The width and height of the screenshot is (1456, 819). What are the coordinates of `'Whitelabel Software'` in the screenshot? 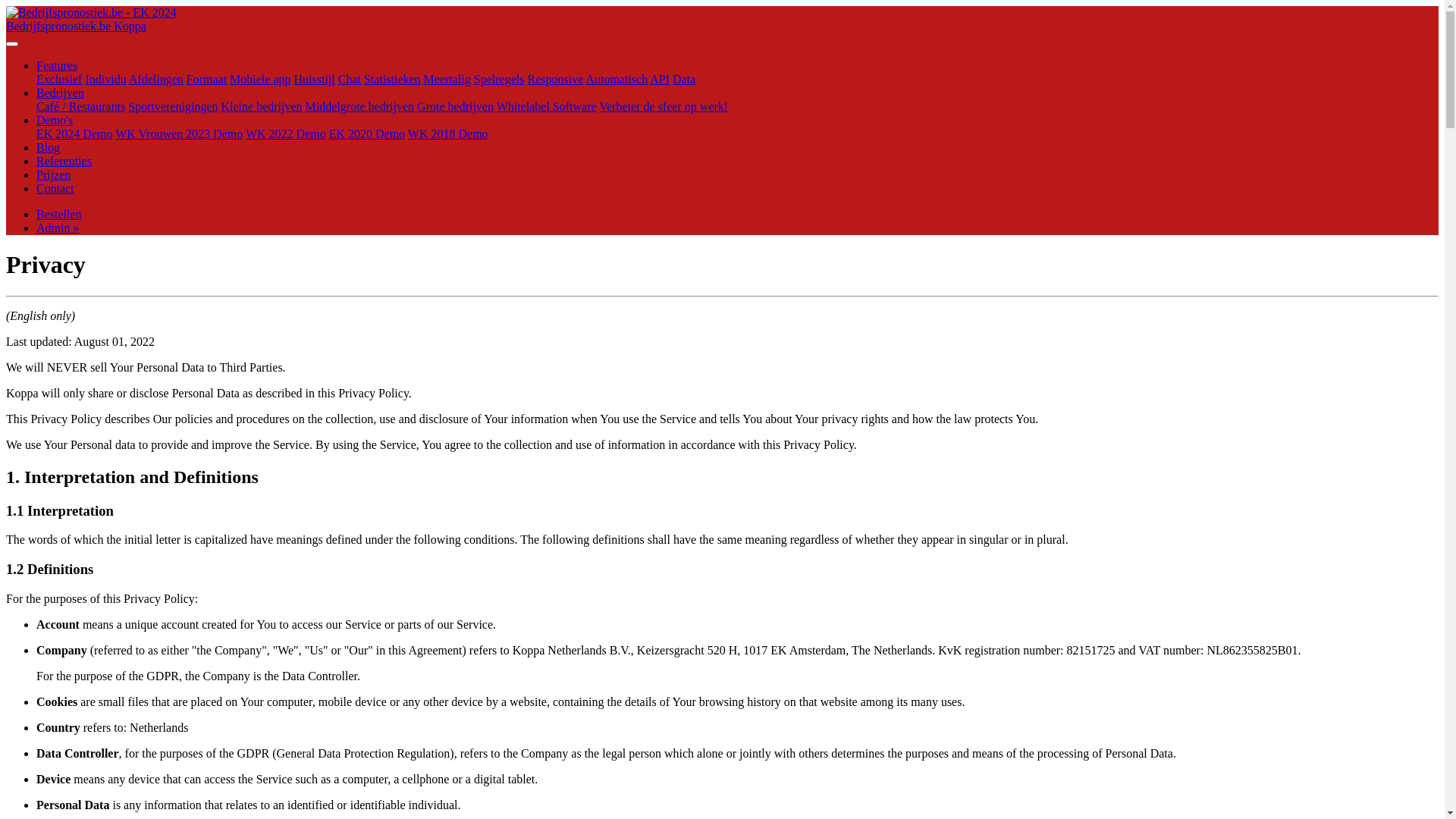 It's located at (546, 105).